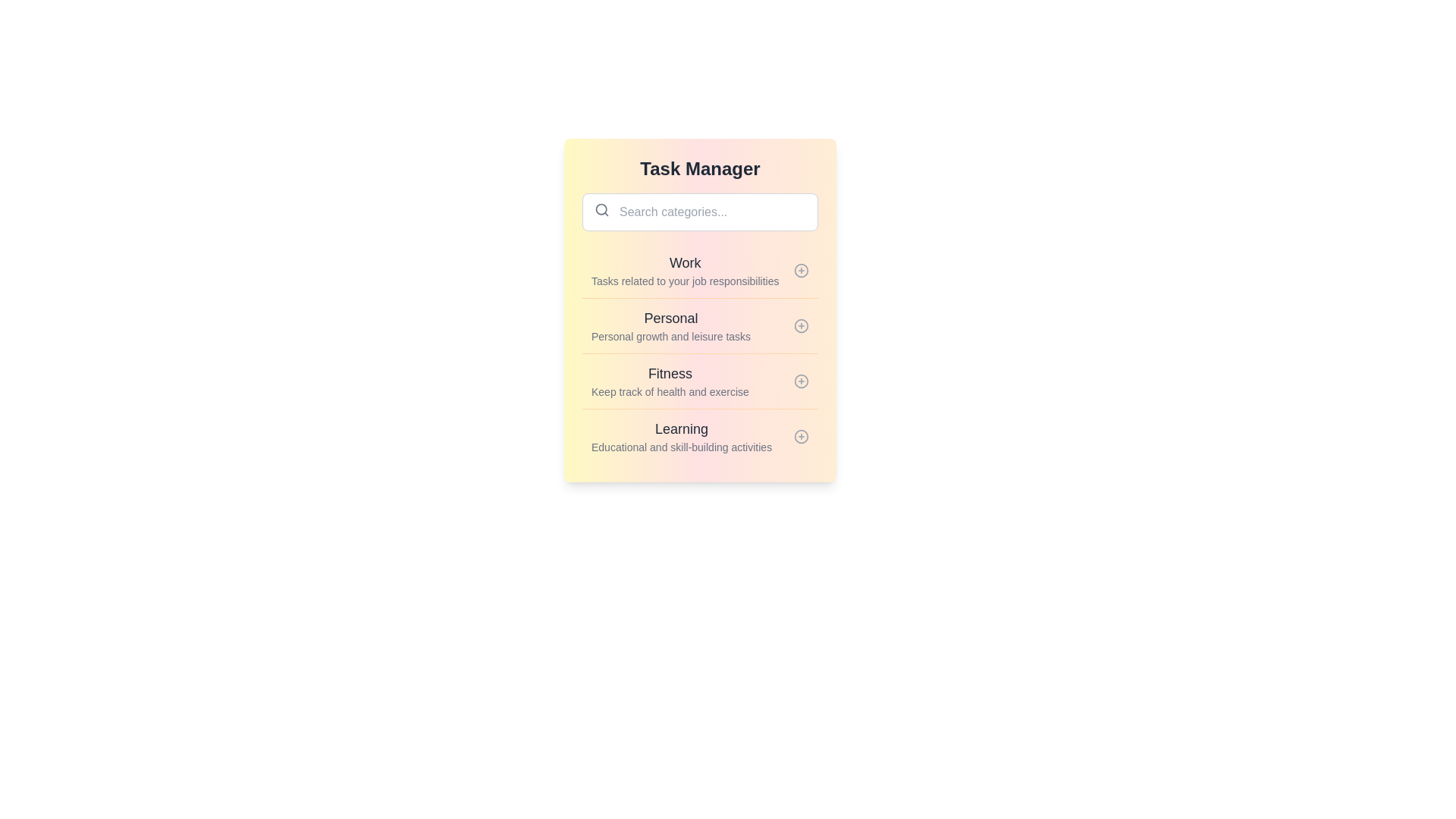  Describe the element at coordinates (800, 436) in the screenshot. I see `the inner circular part of the plus icon associated with the 'Learning' category by clicking on it` at that location.